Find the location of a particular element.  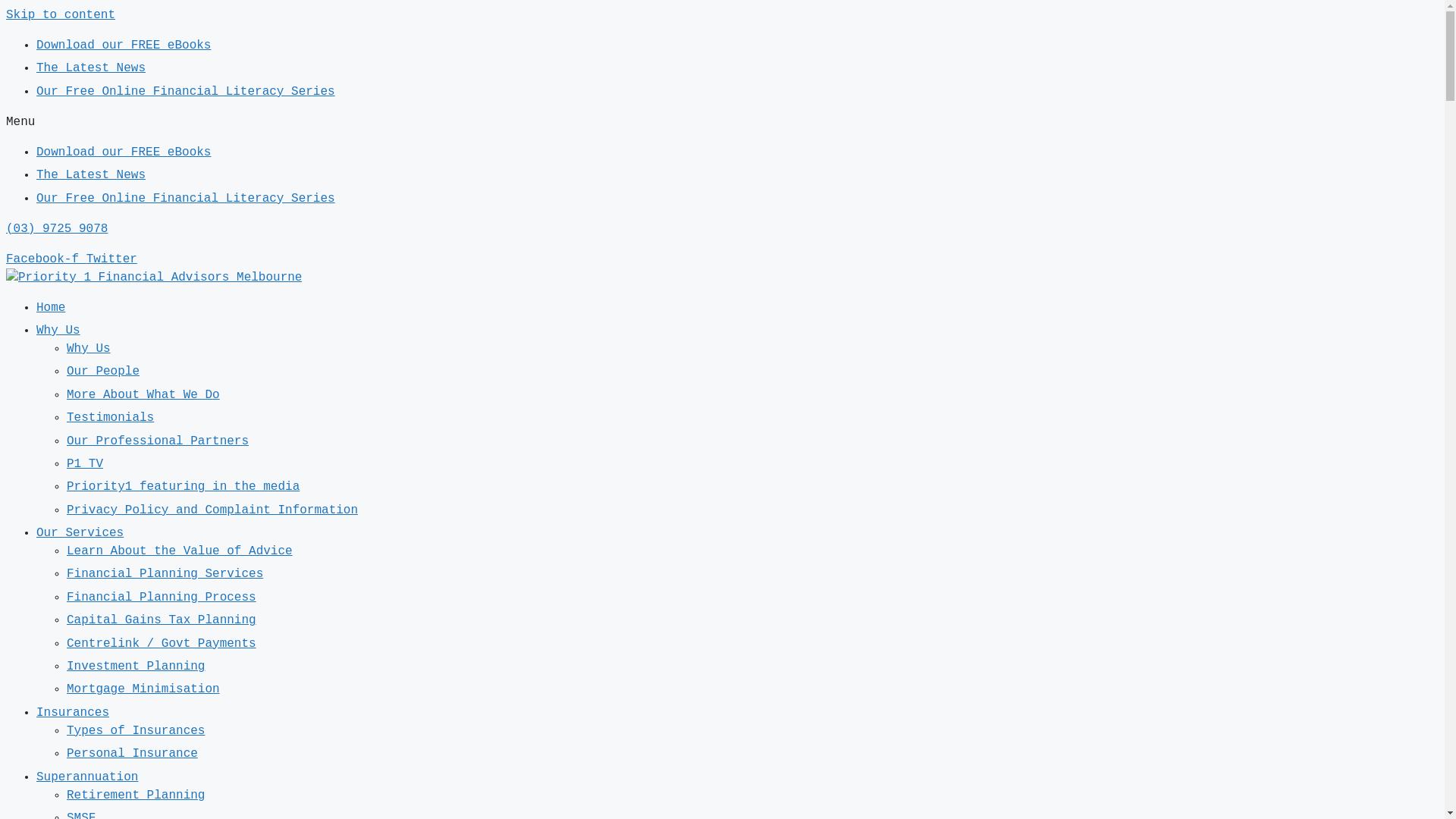

'Home' is located at coordinates (36, 307).